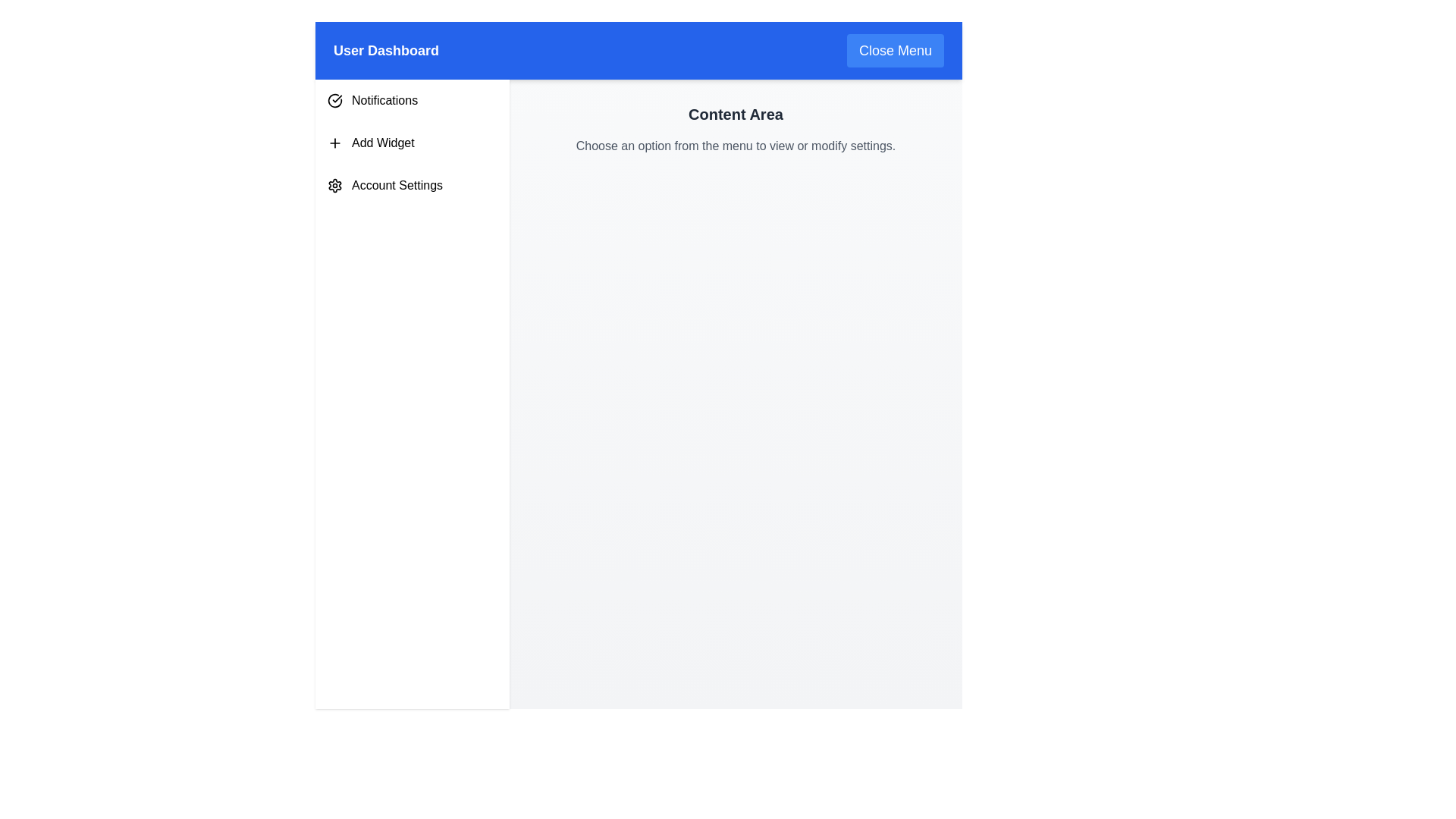  What do you see at coordinates (895, 49) in the screenshot?
I see `the close menu button located in the top-right section of the header, adjacent to 'User Dashboard'` at bounding box center [895, 49].